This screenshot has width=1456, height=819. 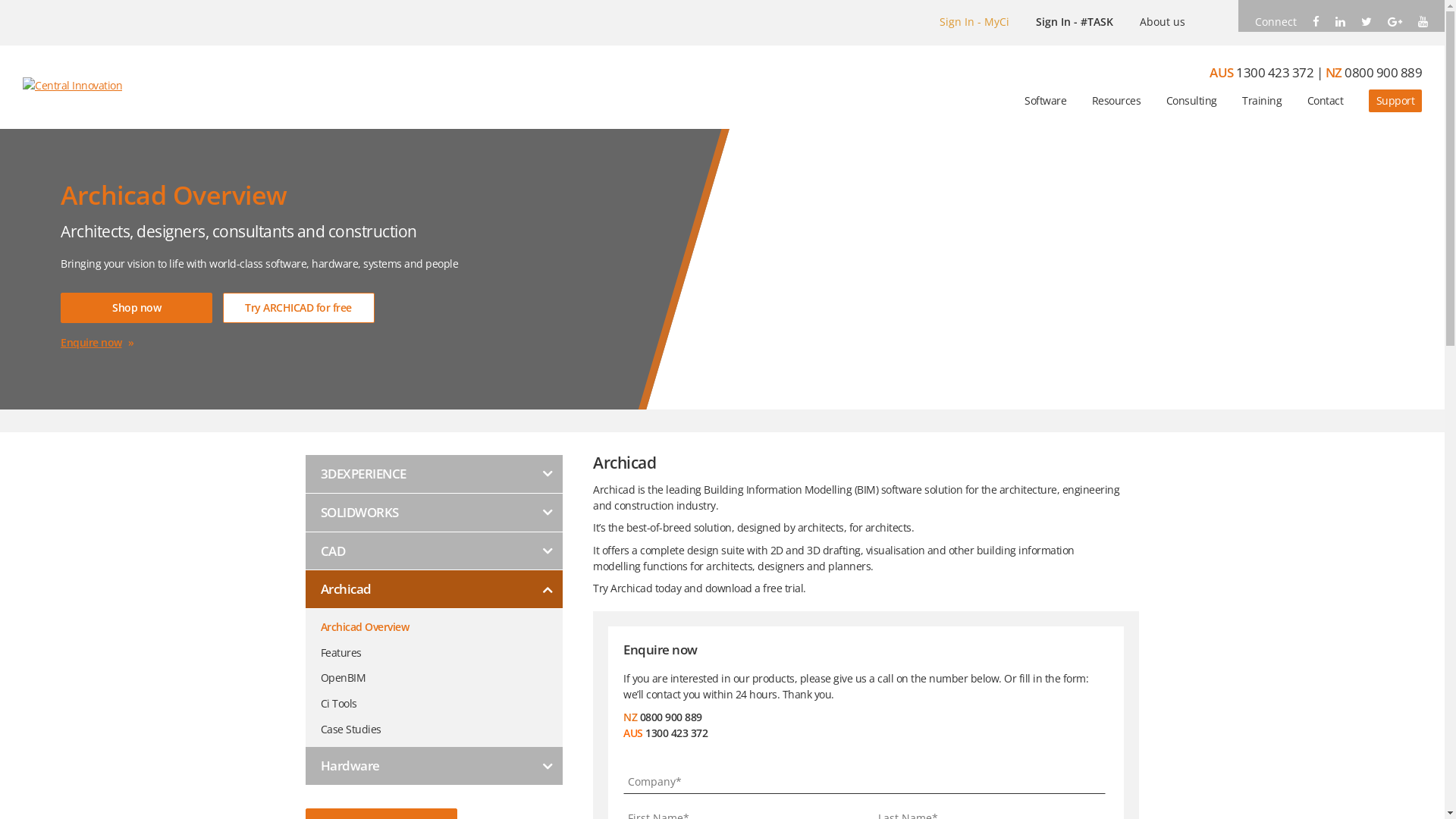 What do you see at coordinates (136, 307) in the screenshot?
I see `'Shop now'` at bounding box center [136, 307].